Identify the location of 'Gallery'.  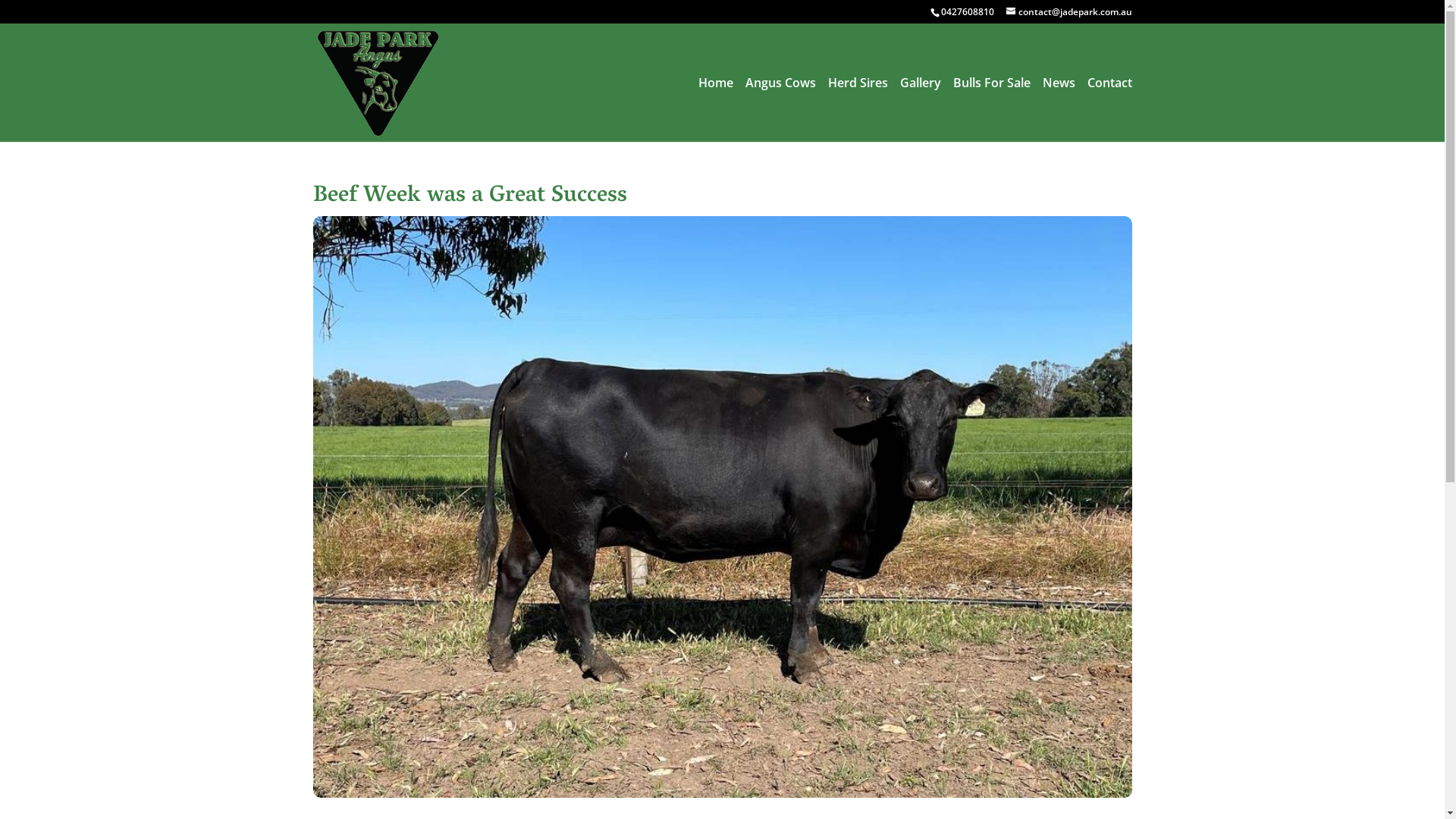
(919, 108).